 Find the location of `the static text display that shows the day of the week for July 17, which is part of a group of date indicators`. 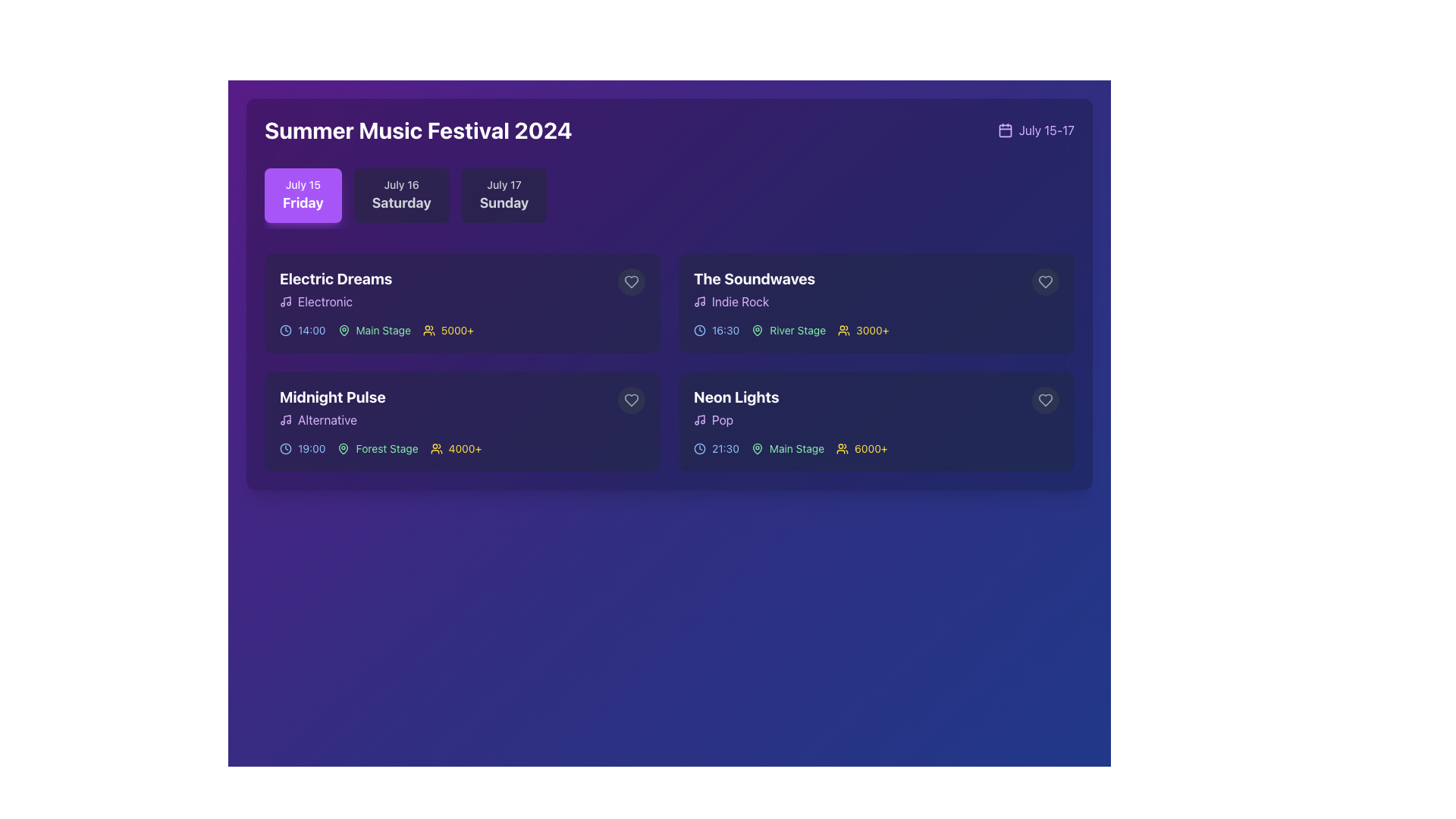

the static text display that shows the day of the week for July 17, which is part of a group of date indicators is located at coordinates (504, 202).